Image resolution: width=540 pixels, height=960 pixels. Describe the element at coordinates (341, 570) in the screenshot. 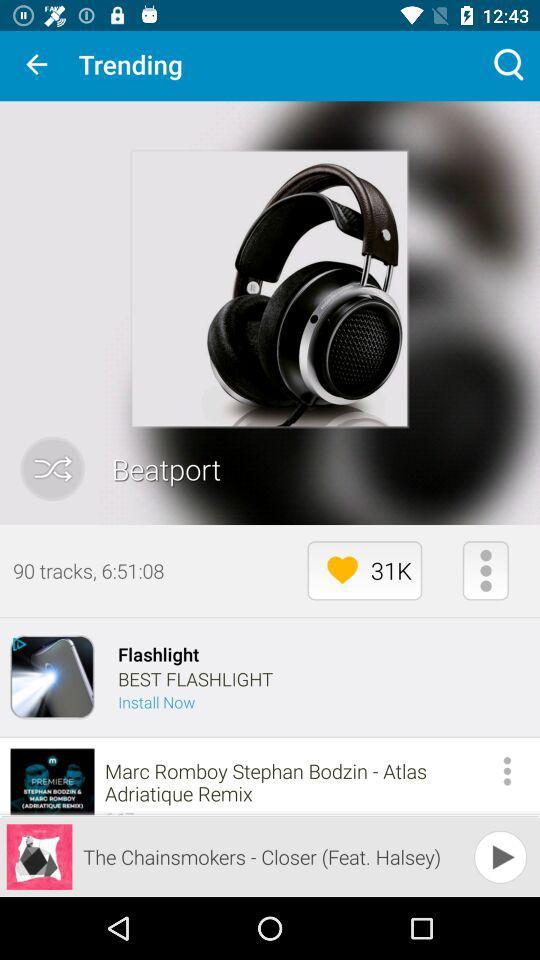

I see `the favorite icon` at that location.